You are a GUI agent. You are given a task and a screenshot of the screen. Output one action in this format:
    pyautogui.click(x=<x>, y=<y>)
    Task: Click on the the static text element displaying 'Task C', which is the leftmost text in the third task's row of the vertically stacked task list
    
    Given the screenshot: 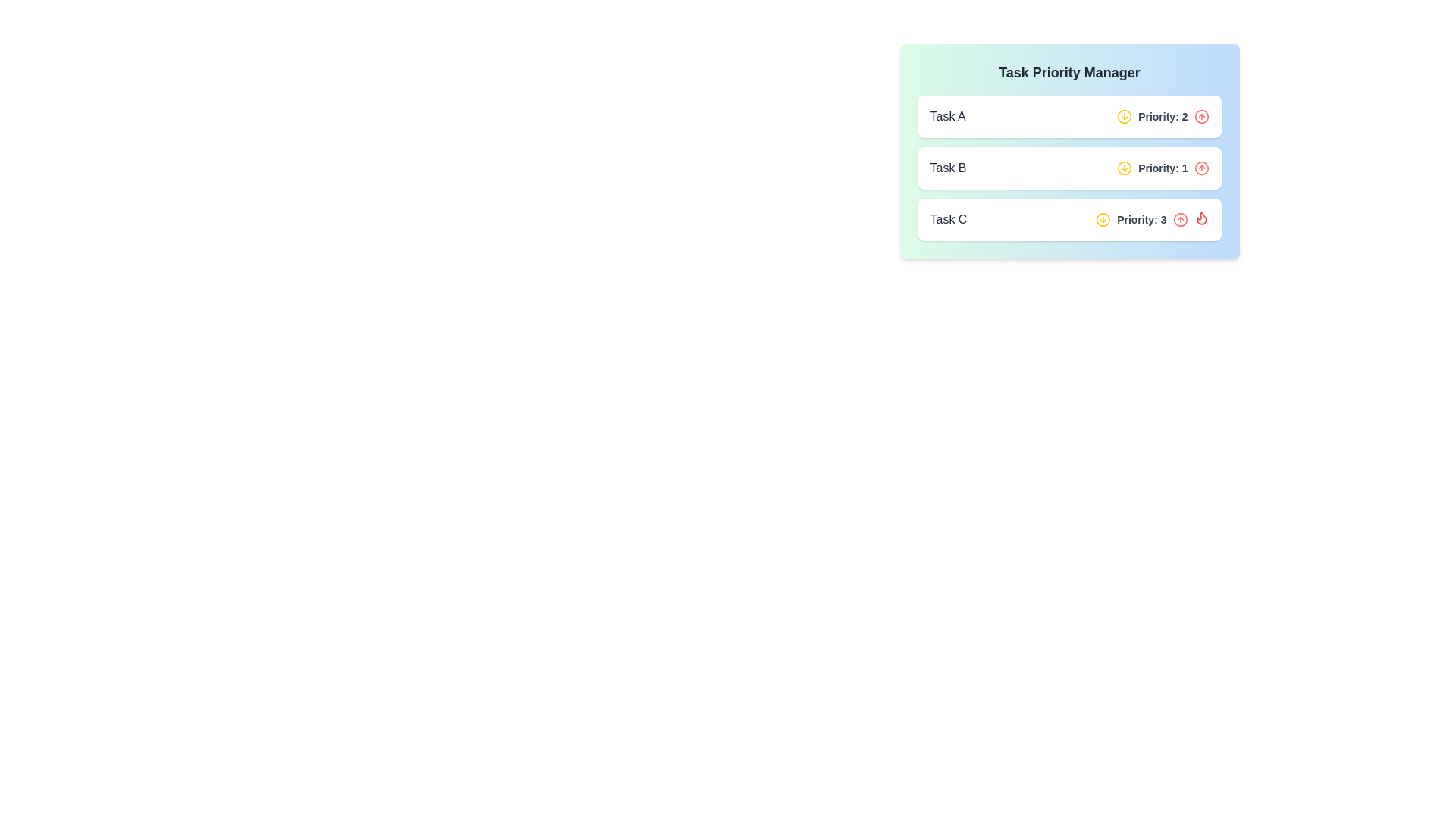 What is the action you would take?
    pyautogui.click(x=947, y=219)
    